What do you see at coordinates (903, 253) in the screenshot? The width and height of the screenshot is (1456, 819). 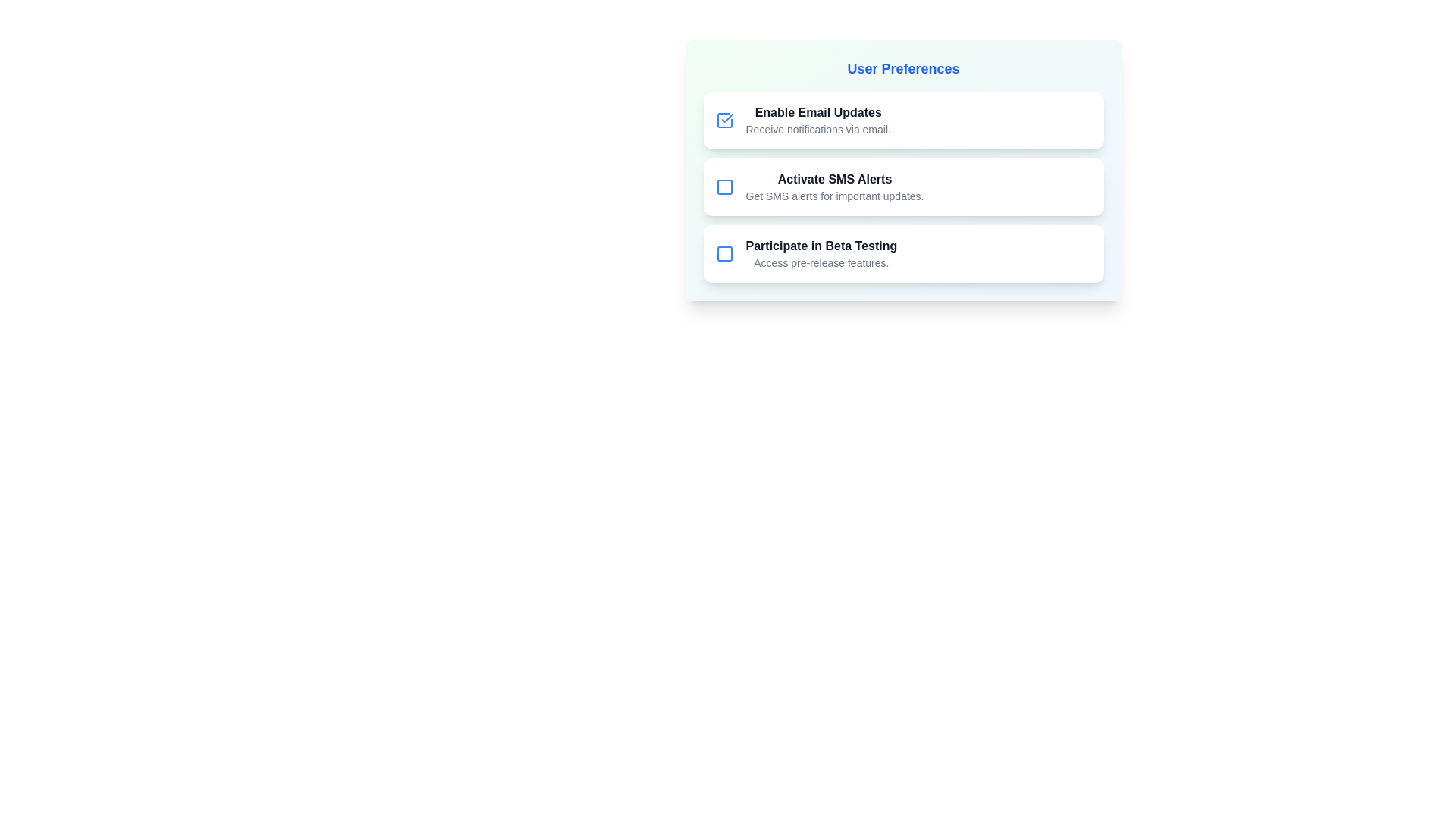 I see `the 'Participate in Beta Testing' Option Card for reordering, identified by its white background, rounded corners, and shadow effect, positioned below the 'Activate SMS Alerts' card in the 'User Preferences' section` at bounding box center [903, 253].